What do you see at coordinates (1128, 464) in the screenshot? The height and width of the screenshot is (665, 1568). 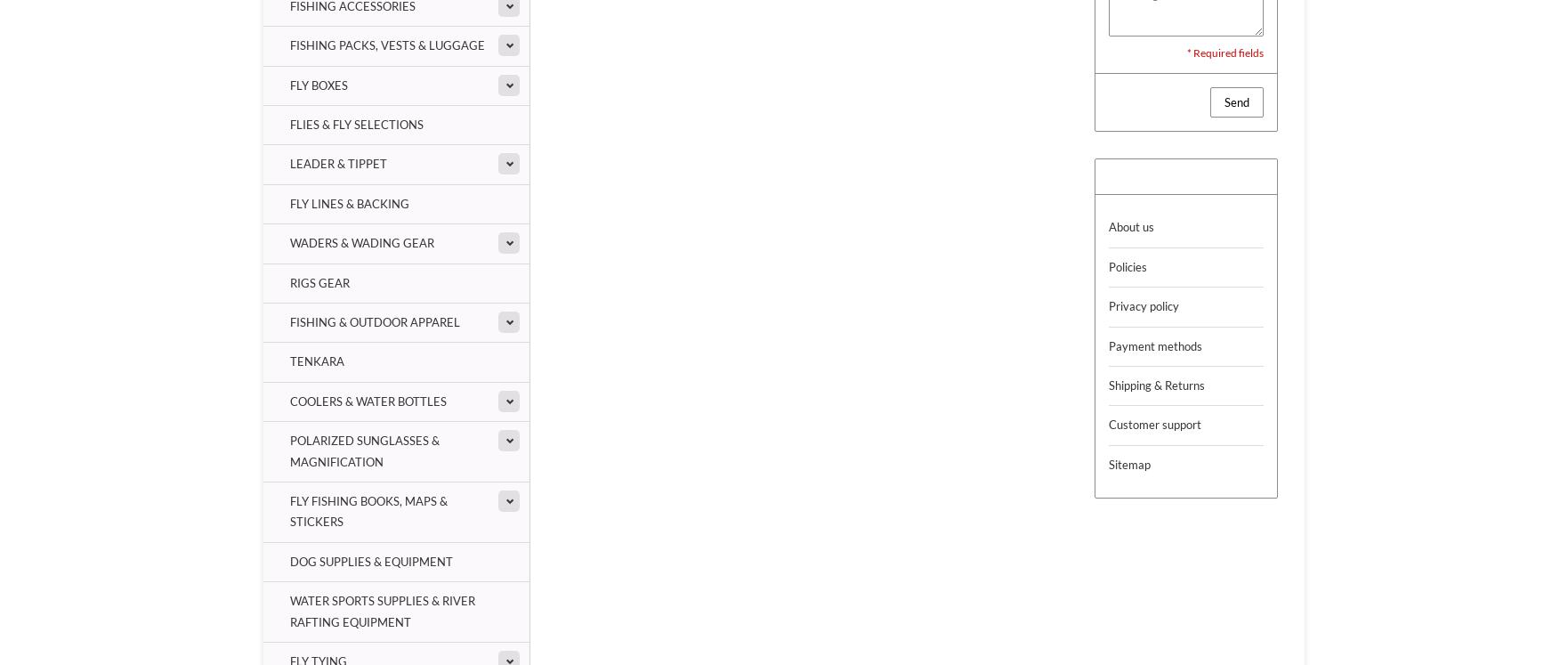 I see `'Sitemap'` at bounding box center [1128, 464].